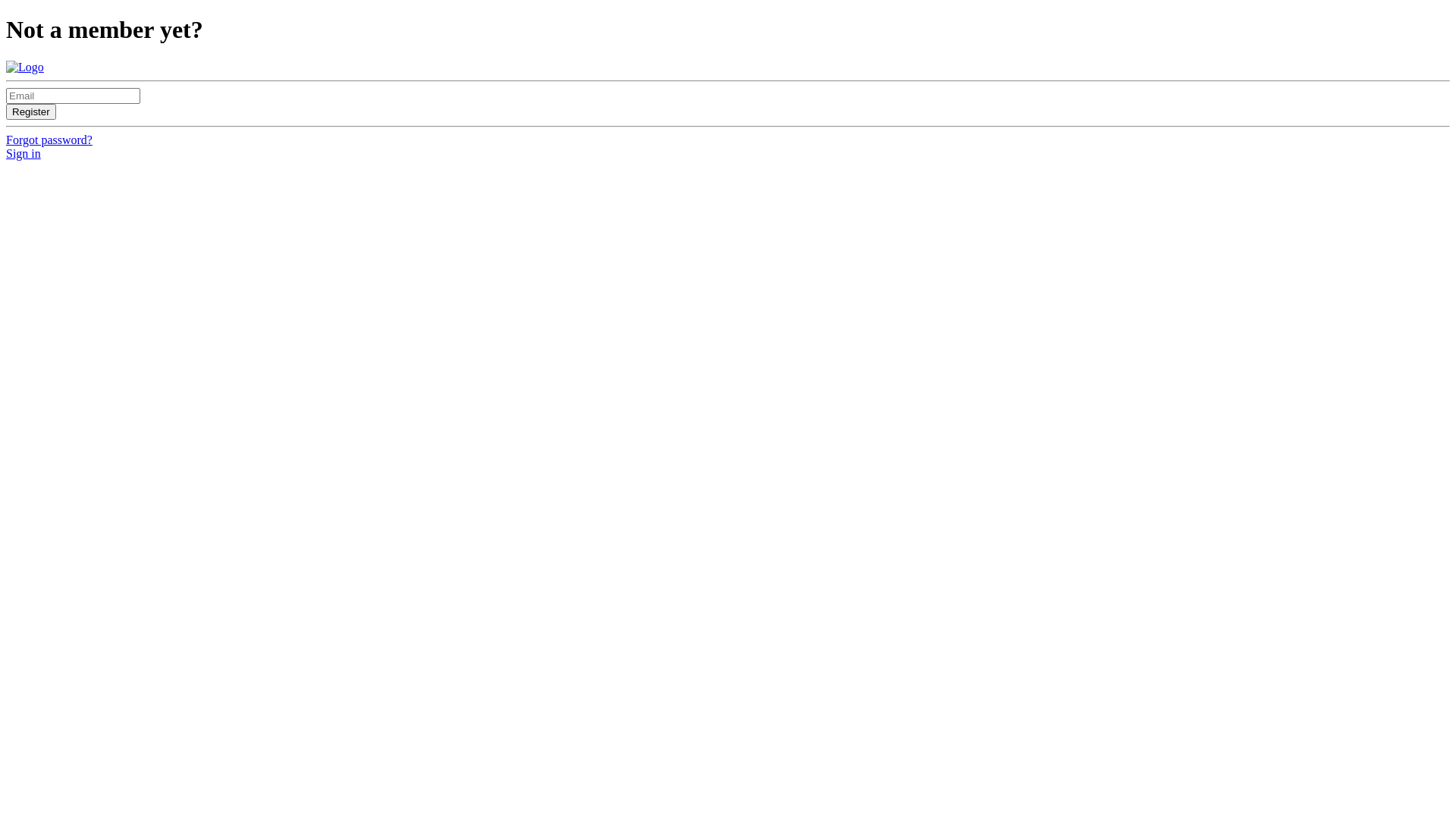 This screenshot has width=1456, height=819. Describe the element at coordinates (23, 153) in the screenshot. I see `'Sign in'` at that location.